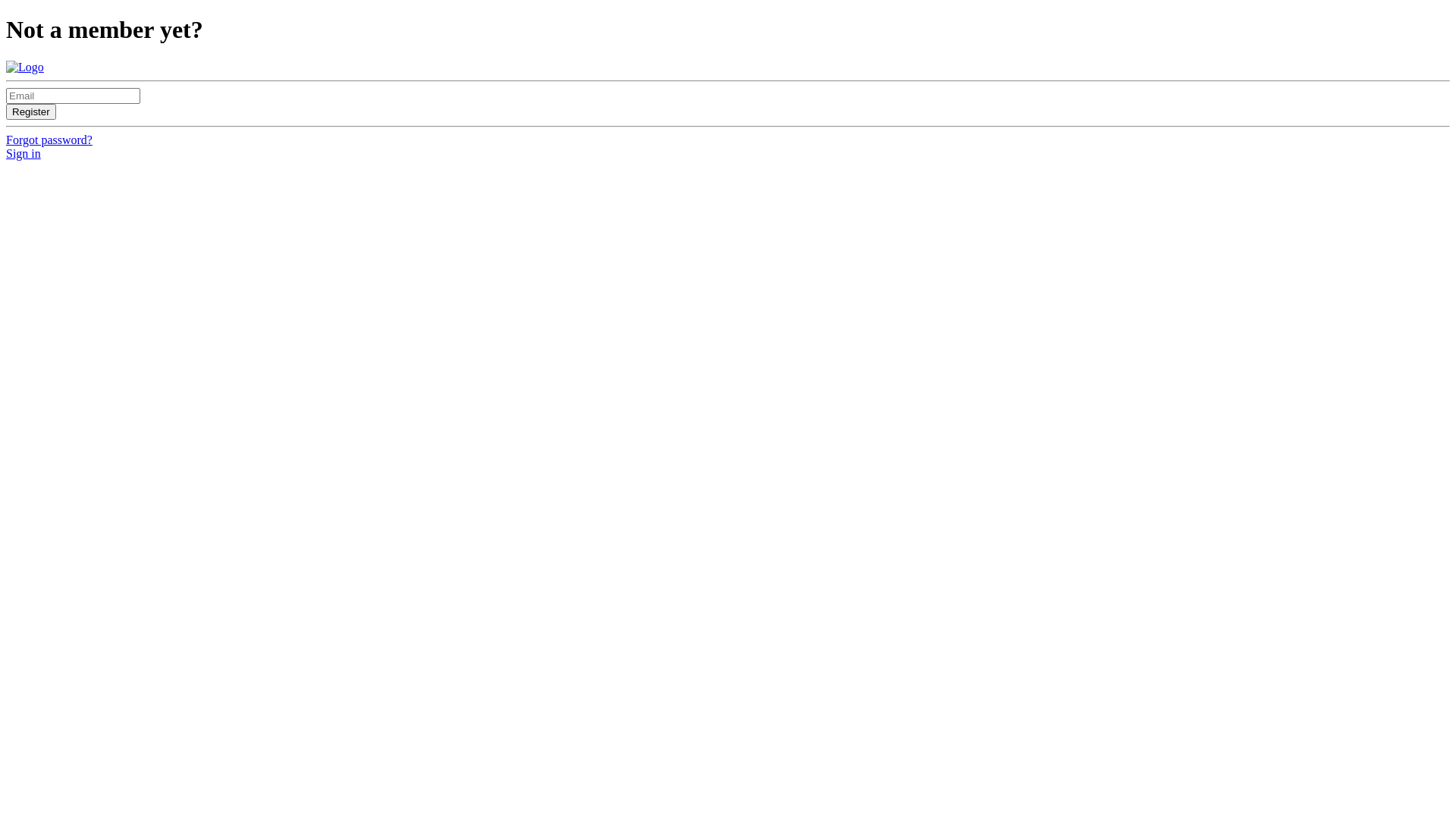 This screenshot has width=1456, height=819. Describe the element at coordinates (23, 153) in the screenshot. I see `'Sign in'` at that location.